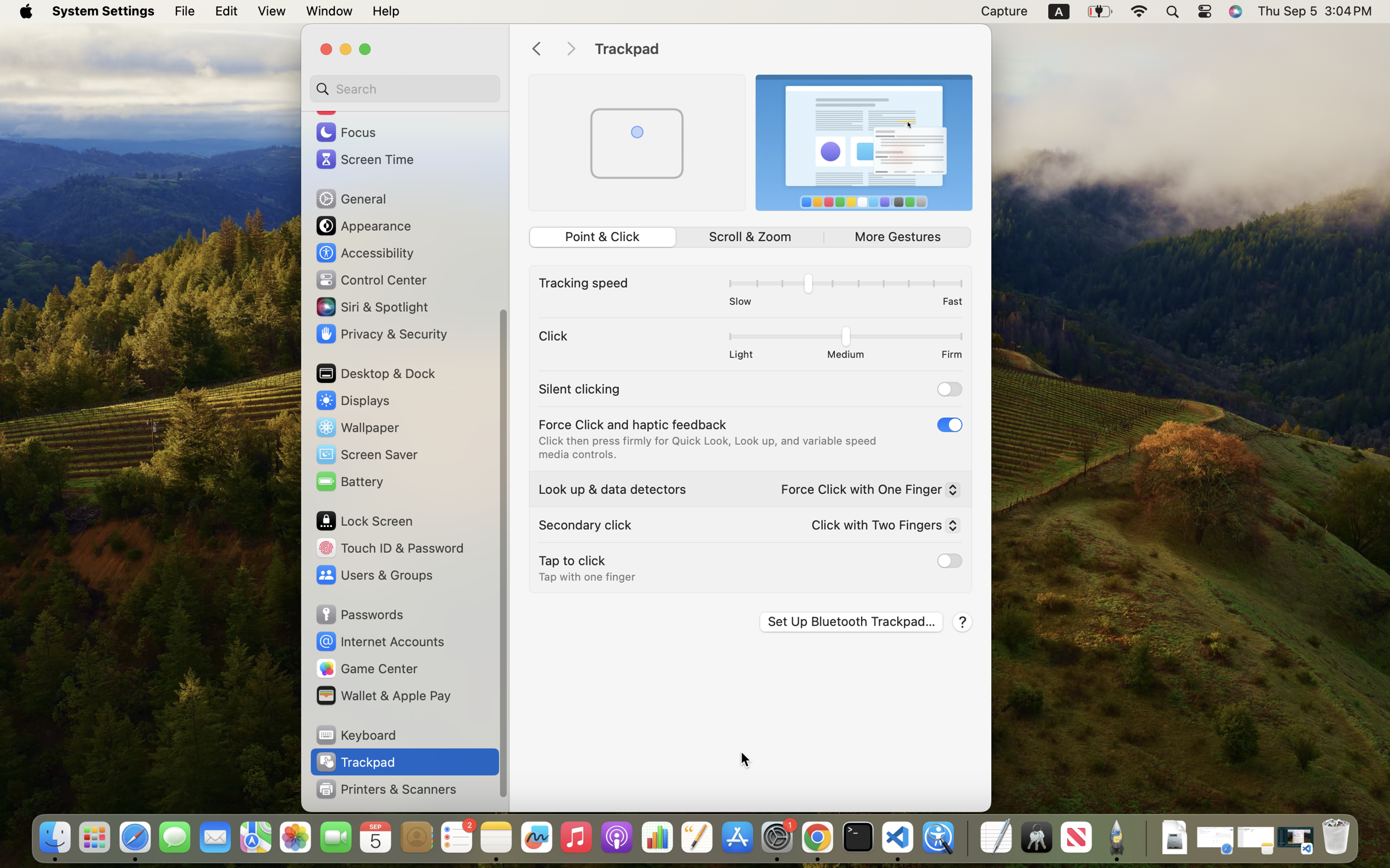 This screenshot has height=868, width=1390. I want to click on 'Passwords', so click(358, 614).